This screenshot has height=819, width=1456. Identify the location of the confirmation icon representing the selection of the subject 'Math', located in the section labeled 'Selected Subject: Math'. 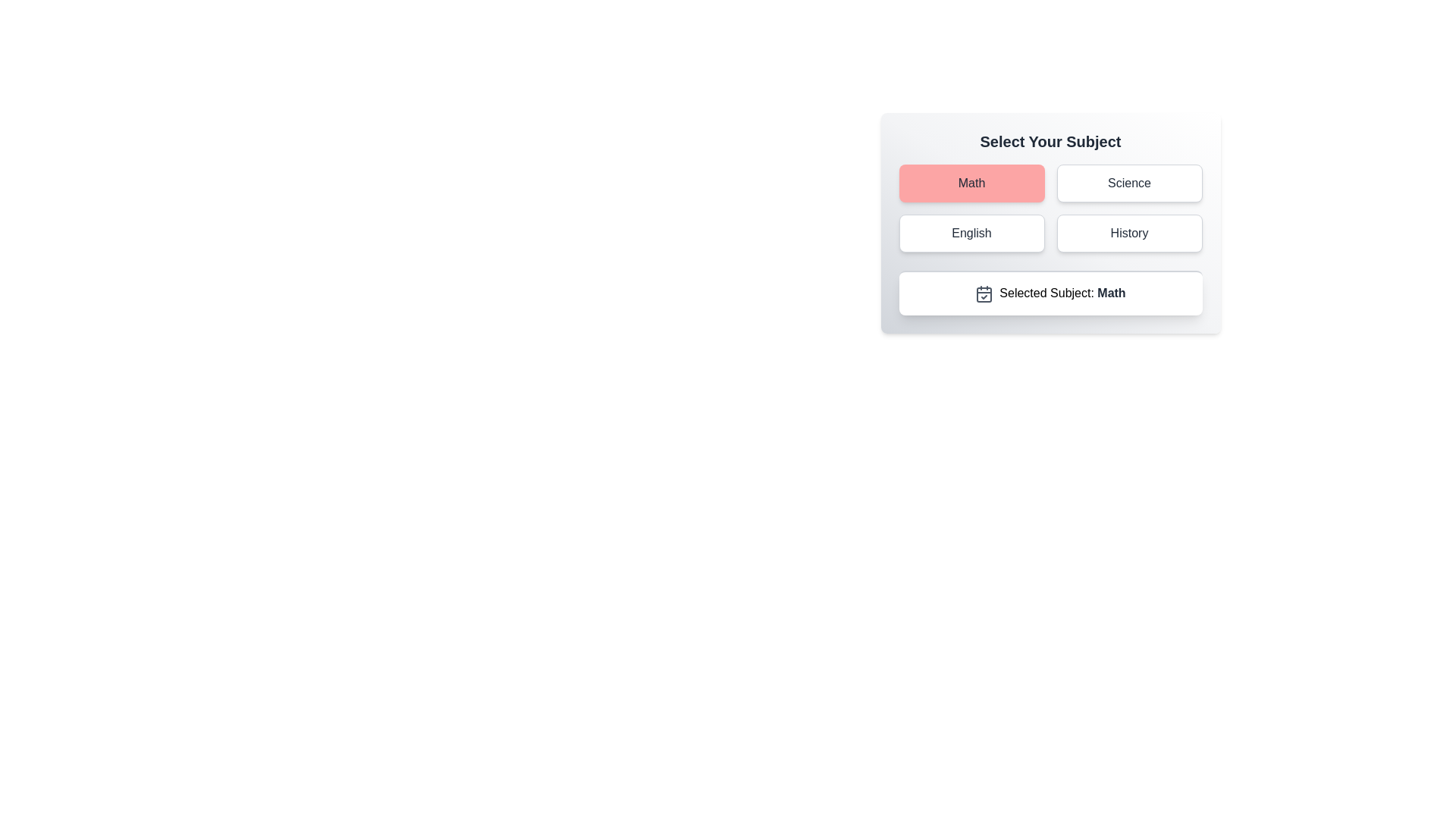
(984, 293).